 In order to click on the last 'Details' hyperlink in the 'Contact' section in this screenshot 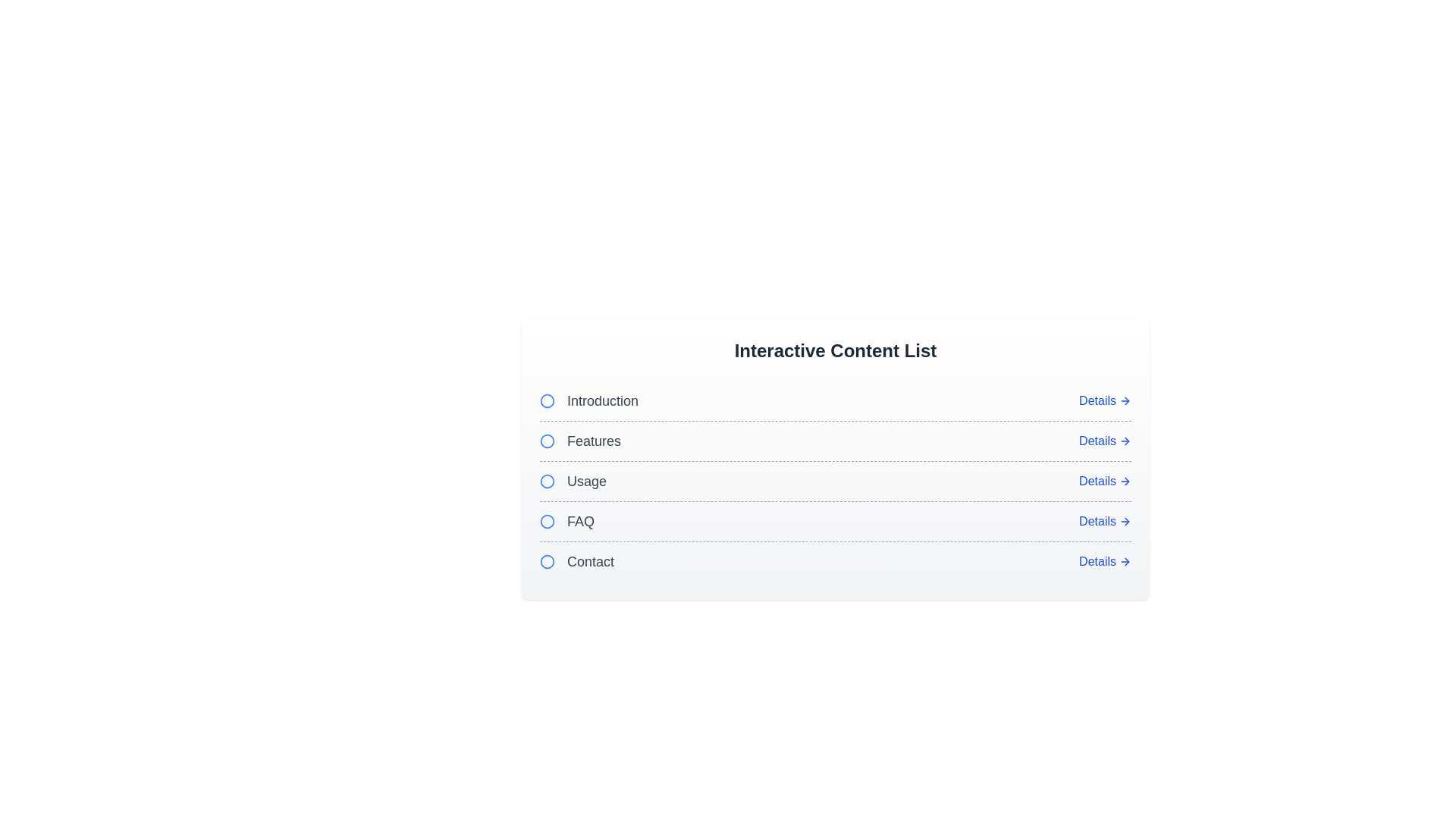, I will do `click(1105, 561)`.